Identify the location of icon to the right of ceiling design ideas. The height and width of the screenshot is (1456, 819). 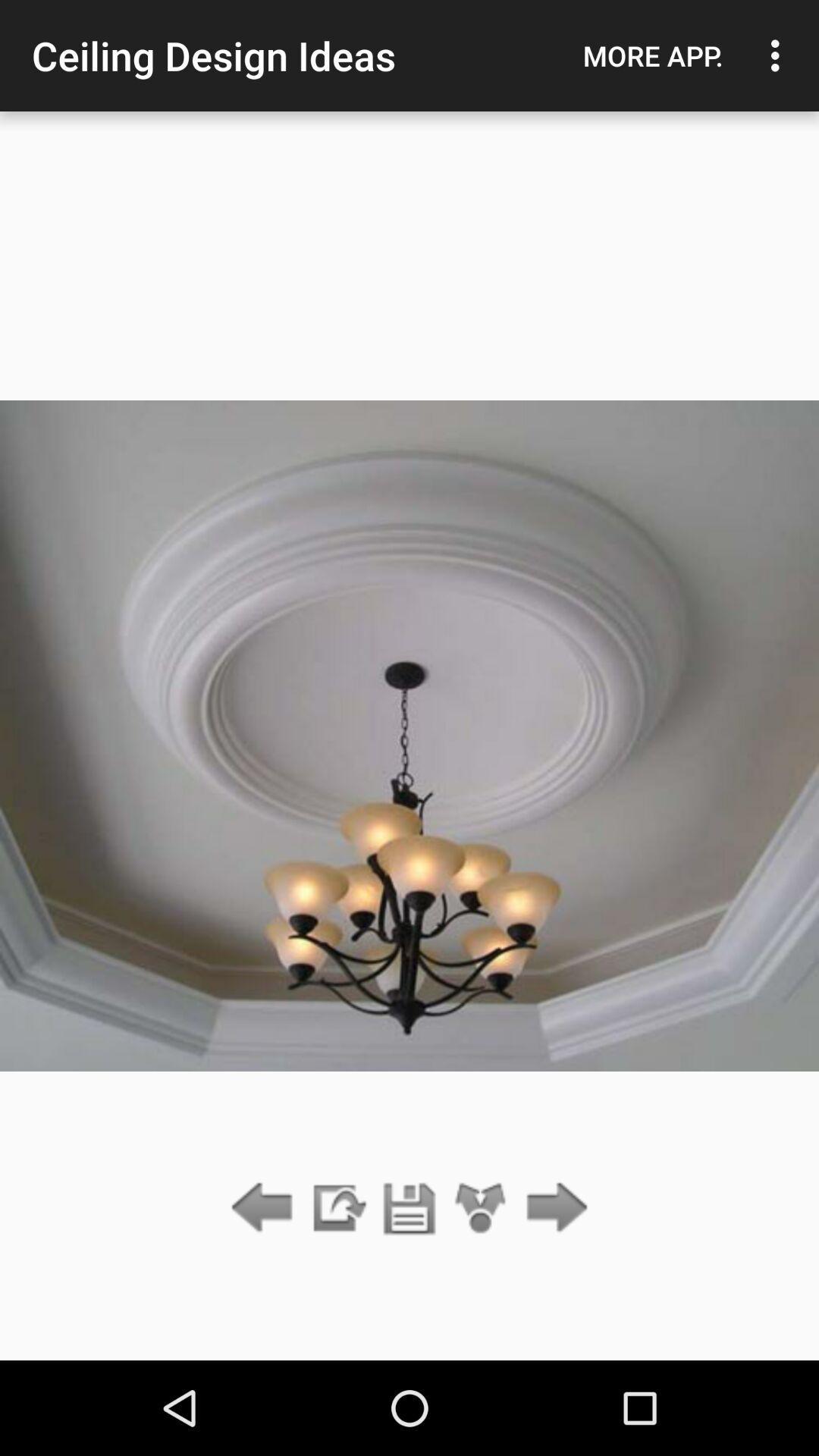
(652, 55).